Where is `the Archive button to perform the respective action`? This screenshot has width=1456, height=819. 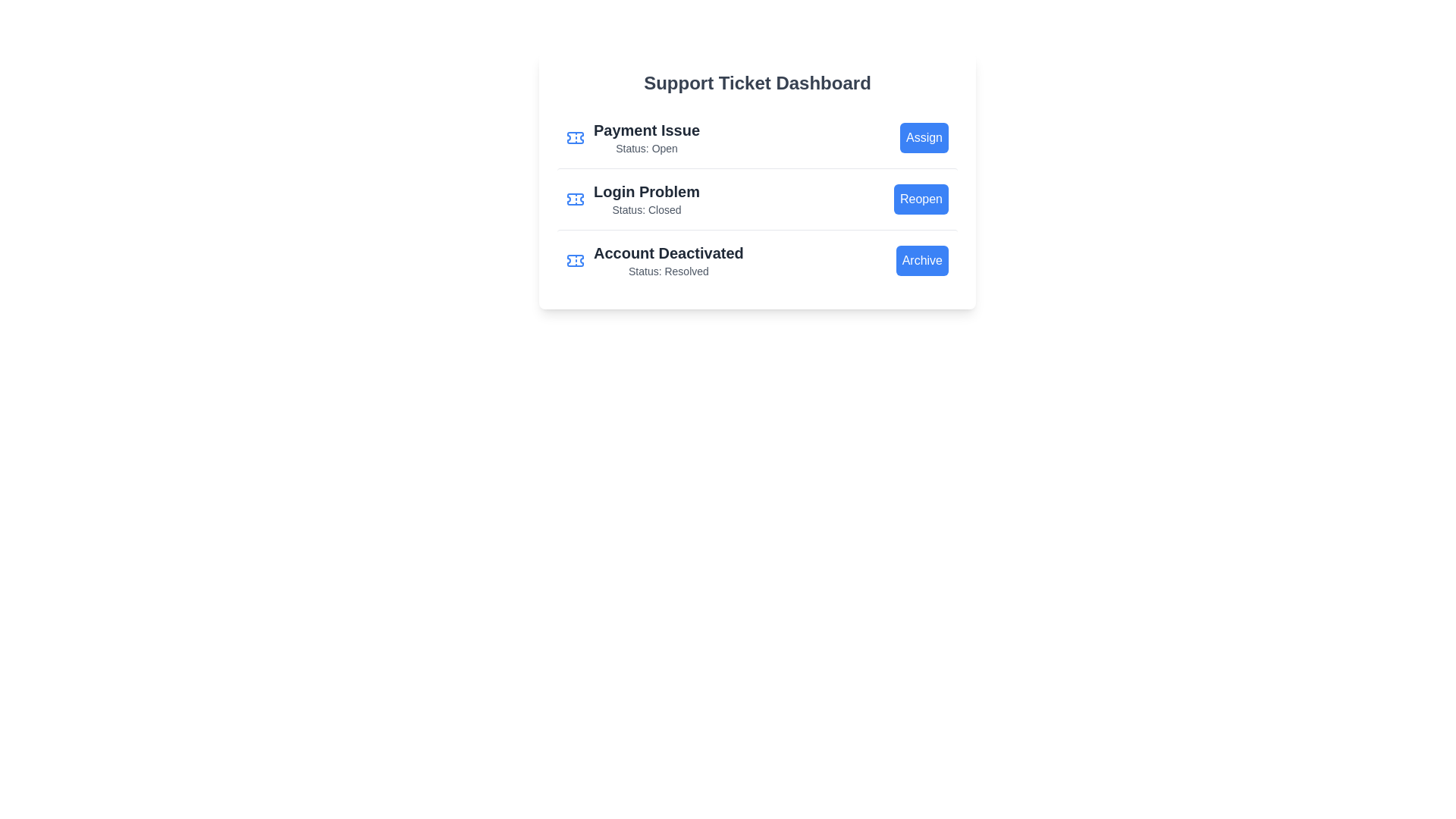
the Archive button to perform the respective action is located at coordinates (921, 259).